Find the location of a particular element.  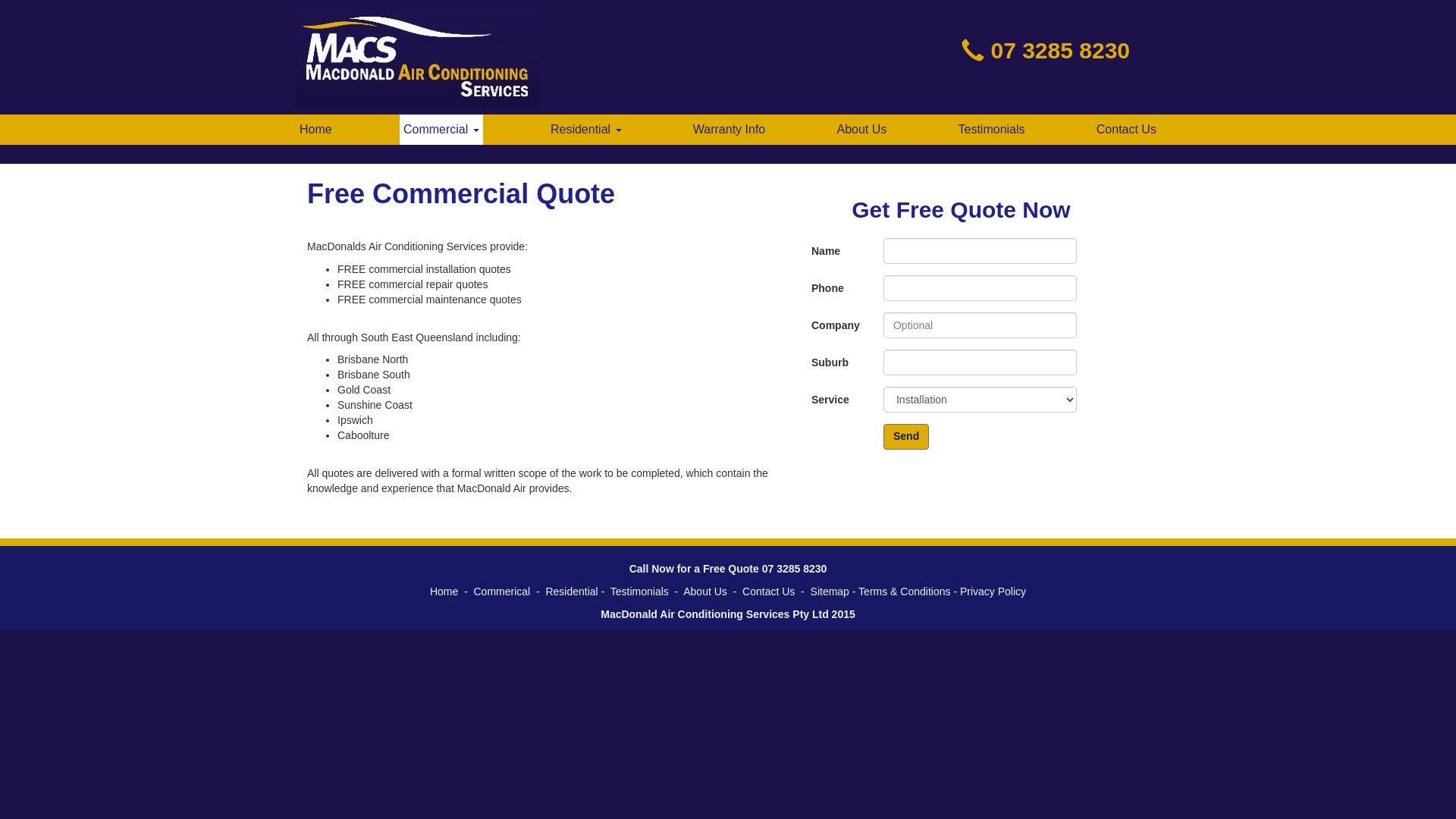

'Contact Us' is located at coordinates (1126, 128).